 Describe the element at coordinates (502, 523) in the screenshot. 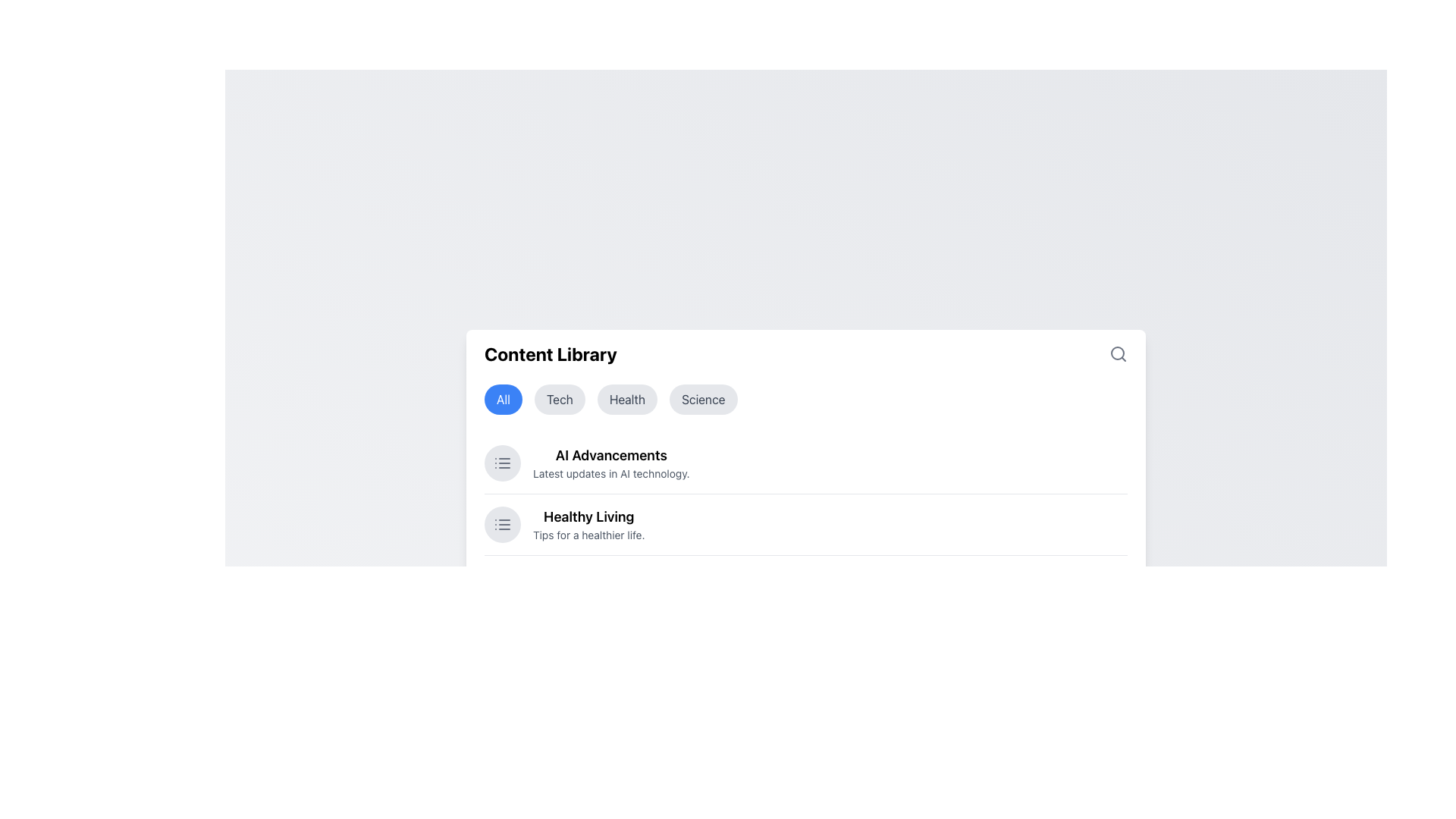

I see `the circular icon with a light gray background and three horizontal lines resembling a list, located in the left portion of the 'Healthy Living' section, preceding the text 'Tips for a healthier life.'` at that location.